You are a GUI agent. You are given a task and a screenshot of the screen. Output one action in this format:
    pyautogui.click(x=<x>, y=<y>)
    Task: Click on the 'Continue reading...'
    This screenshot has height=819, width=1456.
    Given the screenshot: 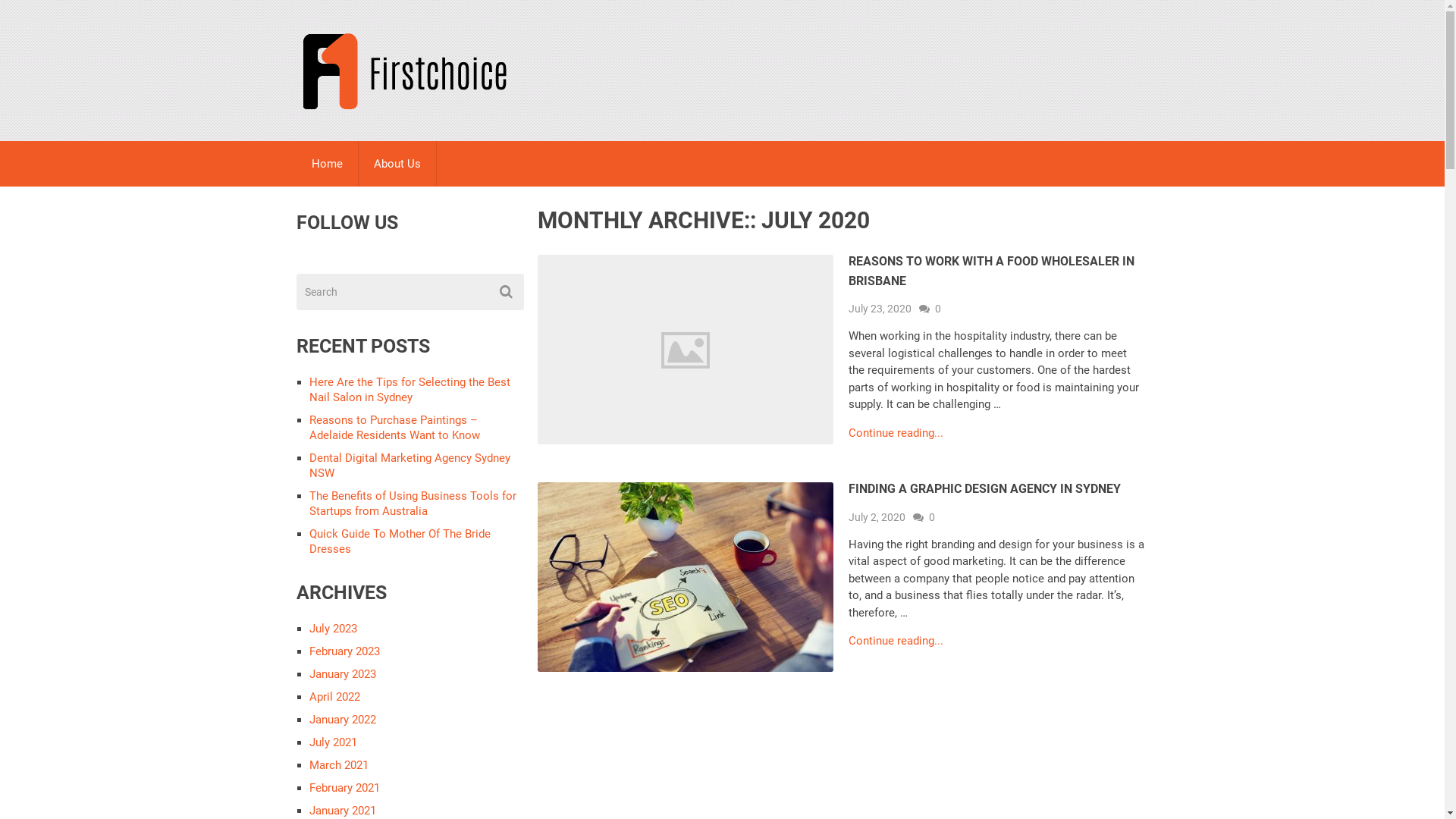 What is the action you would take?
    pyautogui.click(x=896, y=433)
    